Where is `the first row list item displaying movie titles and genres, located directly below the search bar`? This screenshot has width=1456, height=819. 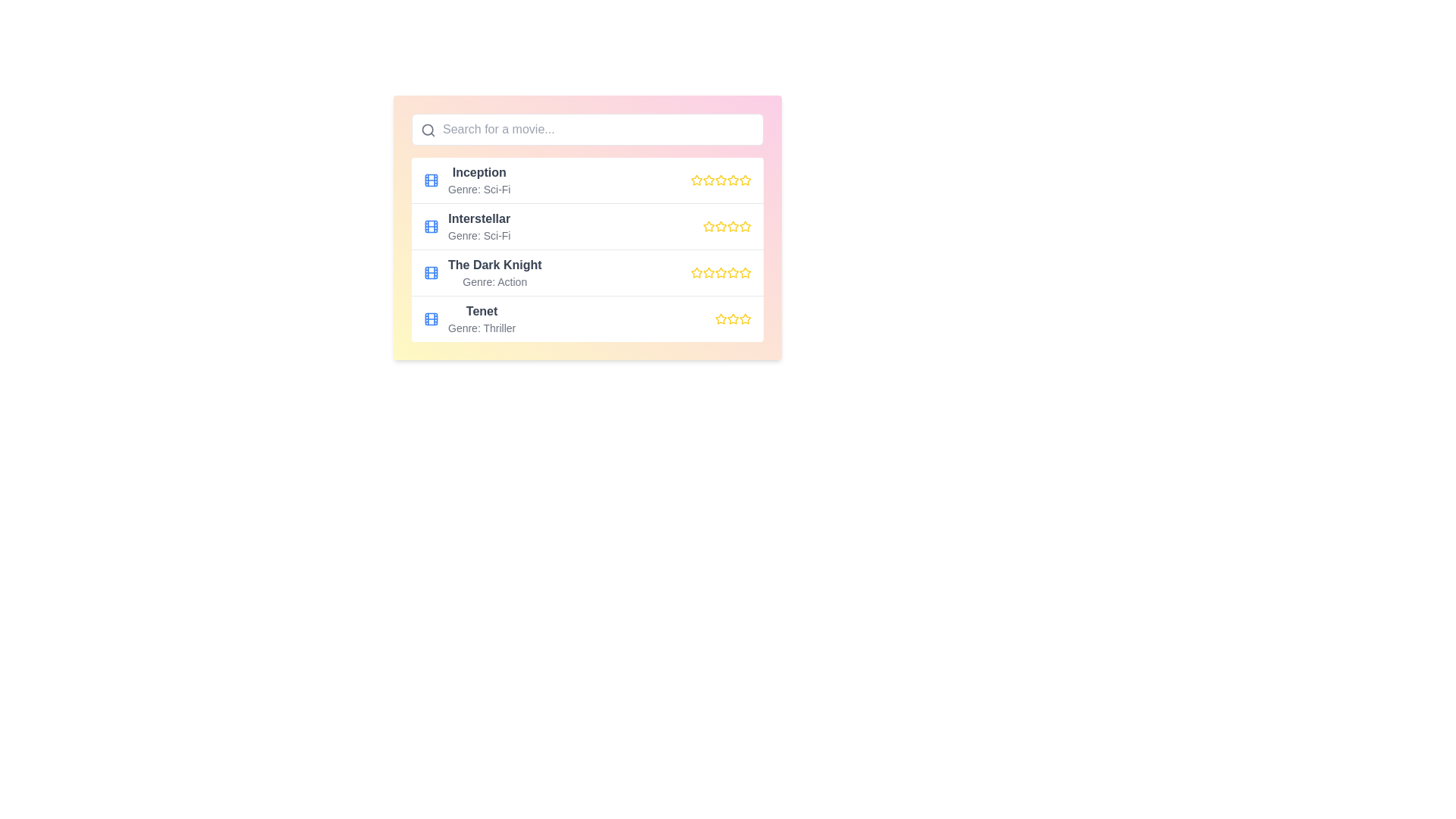 the first row list item displaying movie titles and genres, located directly below the search bar is located at coordinates (586, 180).